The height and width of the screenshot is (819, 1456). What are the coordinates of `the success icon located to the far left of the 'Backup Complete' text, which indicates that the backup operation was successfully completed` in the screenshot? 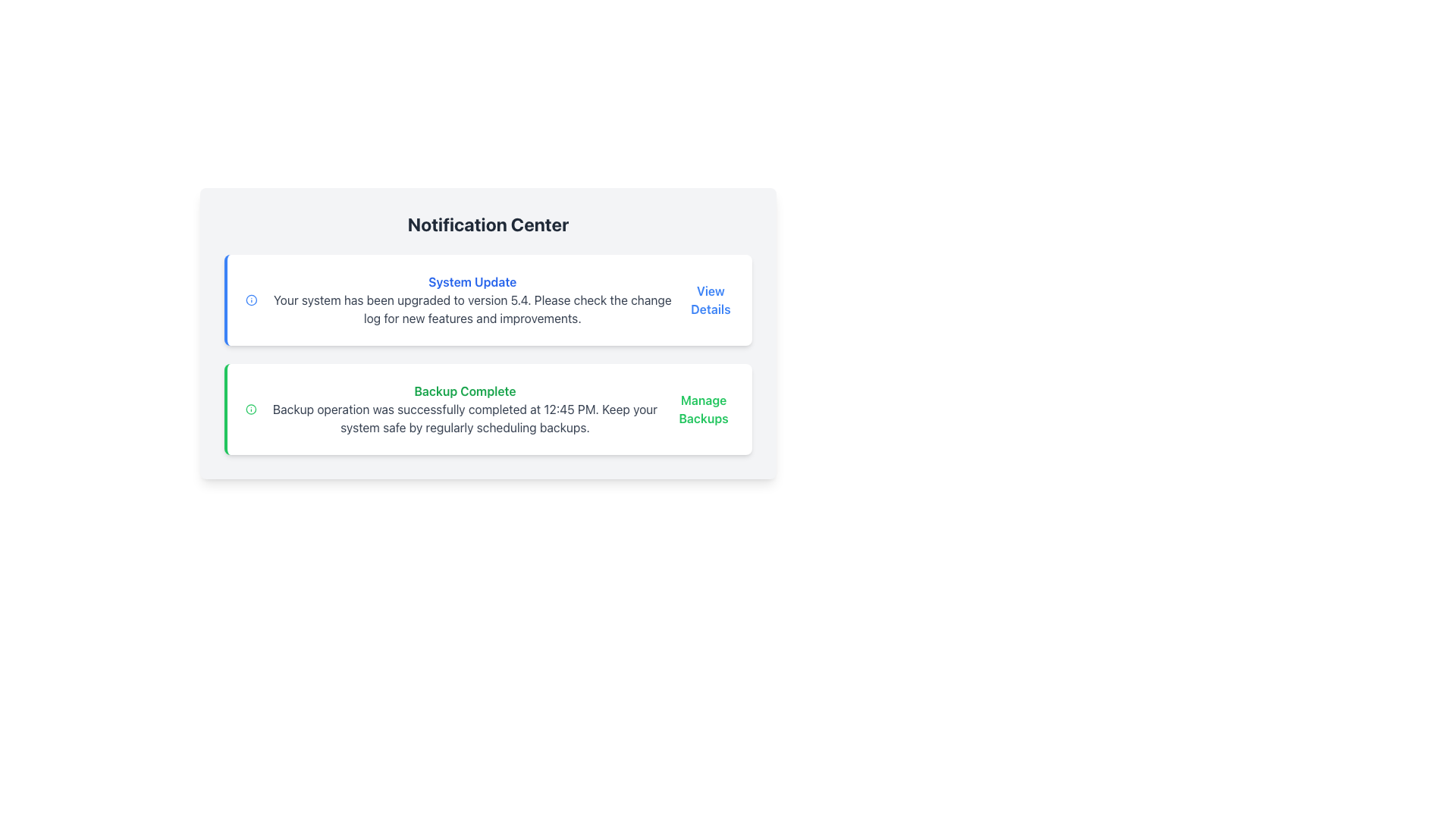 It's located at (251, 409).